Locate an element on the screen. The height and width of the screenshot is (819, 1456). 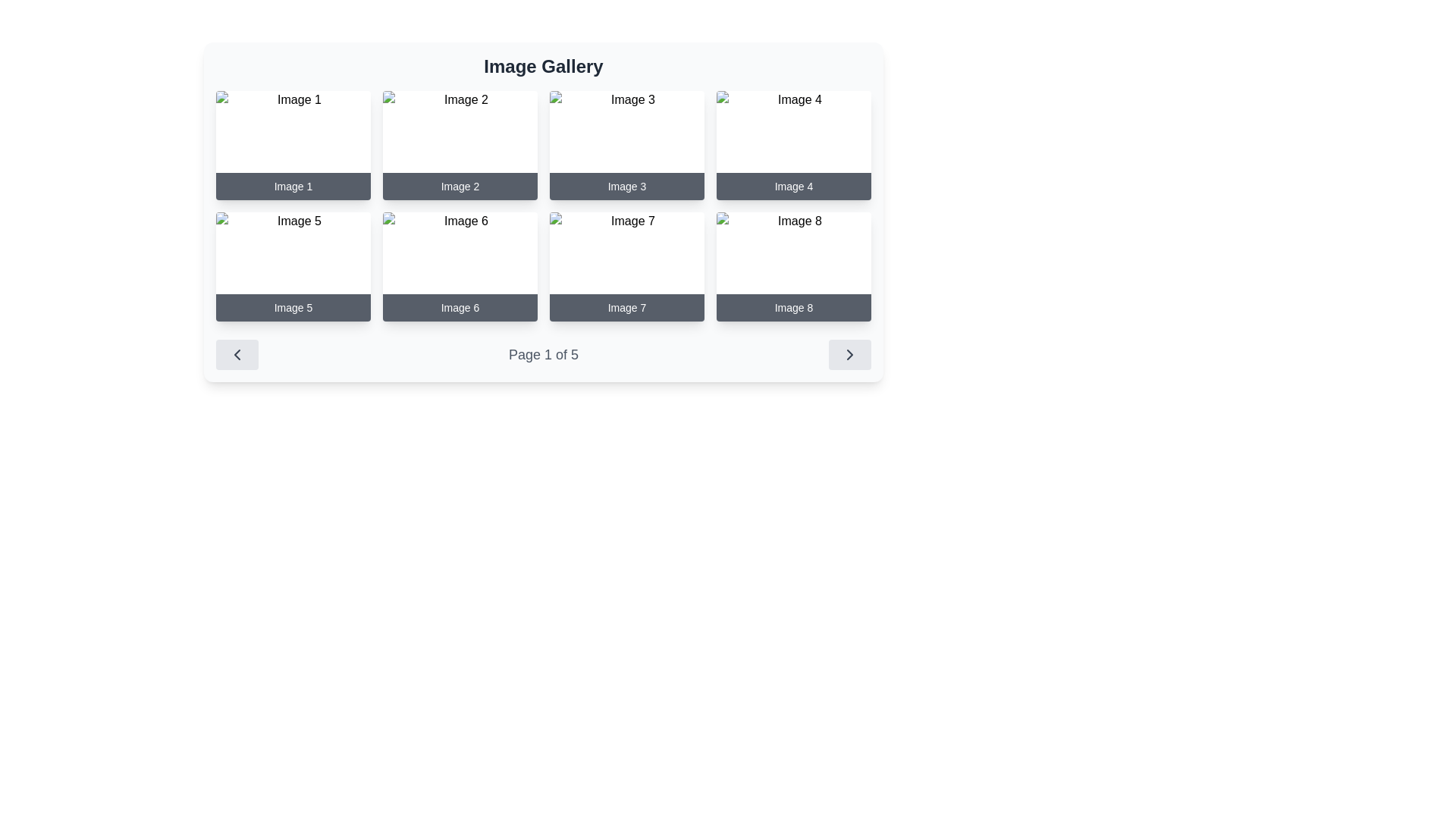
the backward navigation icon located at the bottom-left corner of the interface is located at coordinates (236, 354).